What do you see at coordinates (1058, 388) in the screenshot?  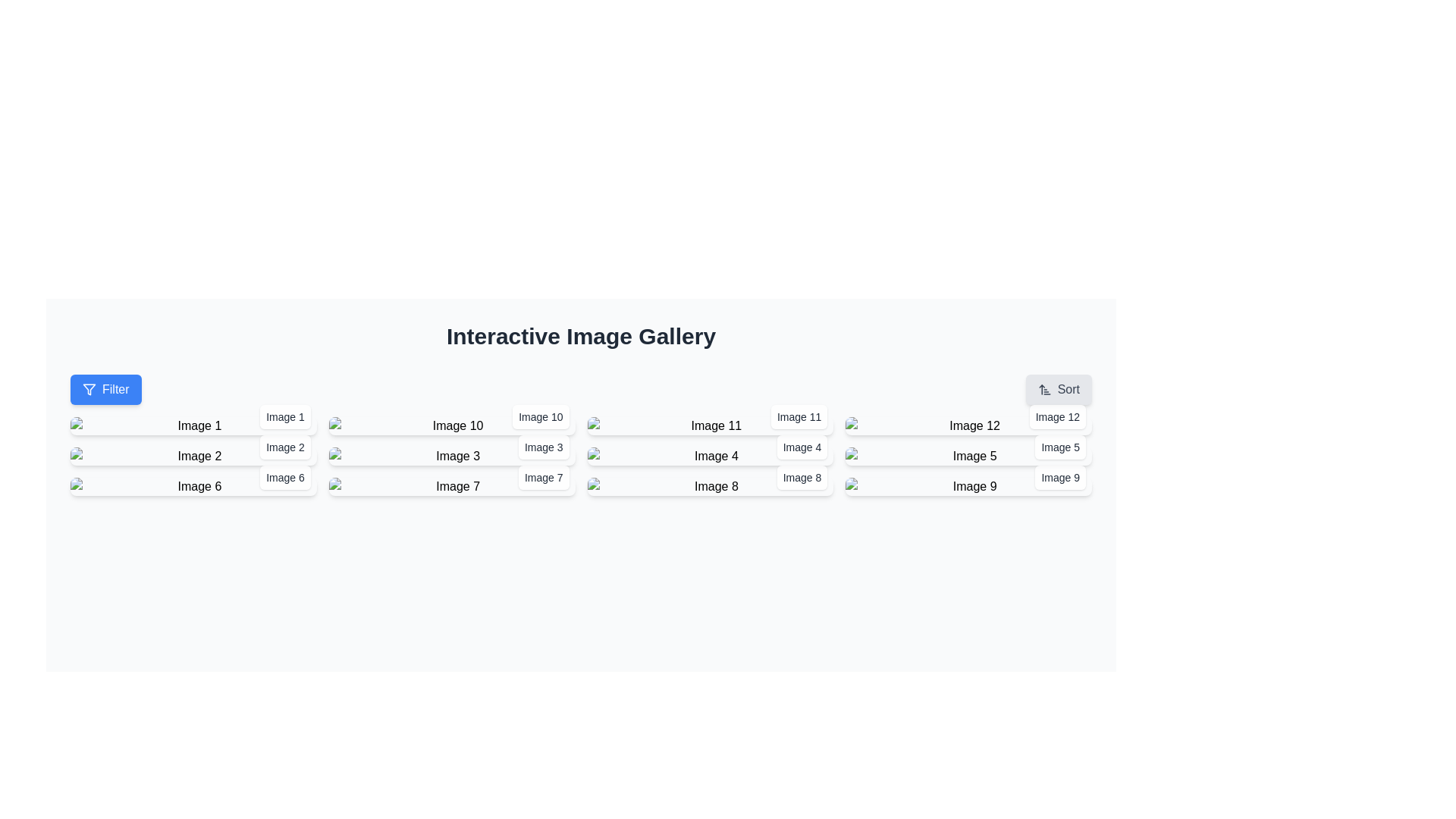 I see `the 'Sort' button, which is the last button on the right of the 'Interactive Image Gallery' interface, featuring a vertical bar and arrow icon` at bounding box center [1058, 388].